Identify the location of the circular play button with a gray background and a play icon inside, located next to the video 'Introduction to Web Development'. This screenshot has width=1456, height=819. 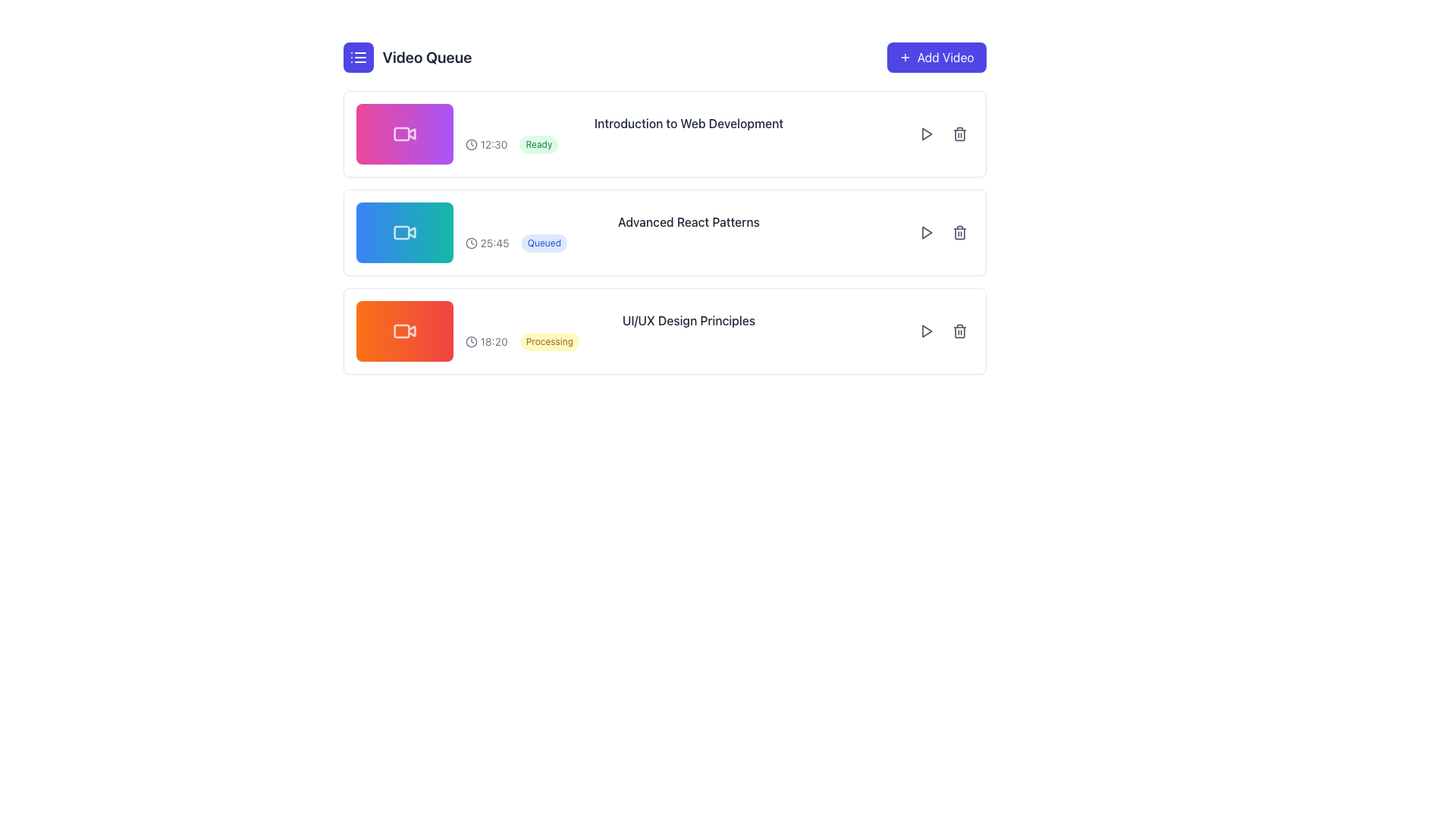
(925, 133).